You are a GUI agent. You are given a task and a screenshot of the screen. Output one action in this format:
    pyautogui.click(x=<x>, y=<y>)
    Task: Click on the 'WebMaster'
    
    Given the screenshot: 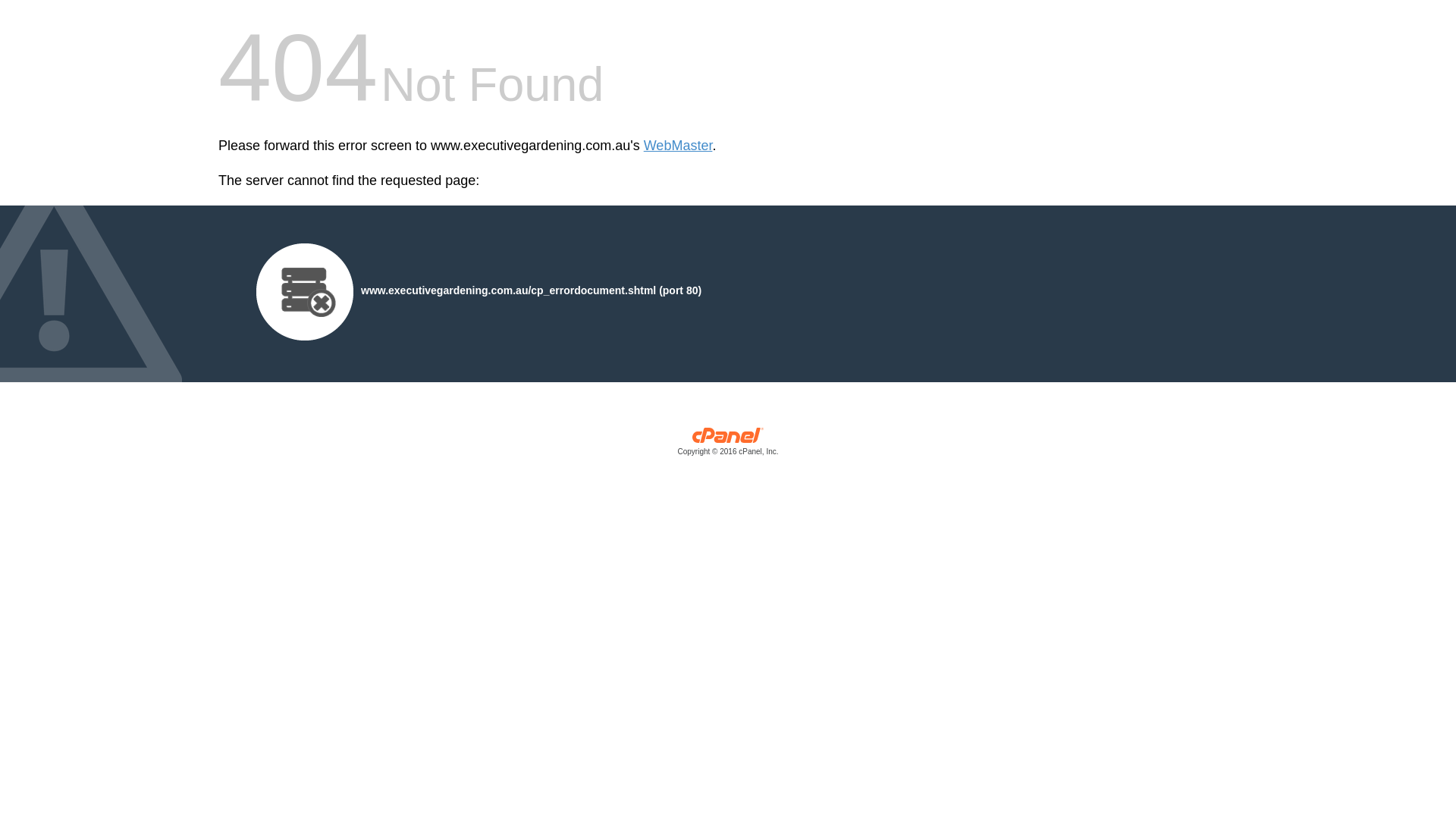 What is the action you would take?
    pyautogui.click(x=677, y=146)
    